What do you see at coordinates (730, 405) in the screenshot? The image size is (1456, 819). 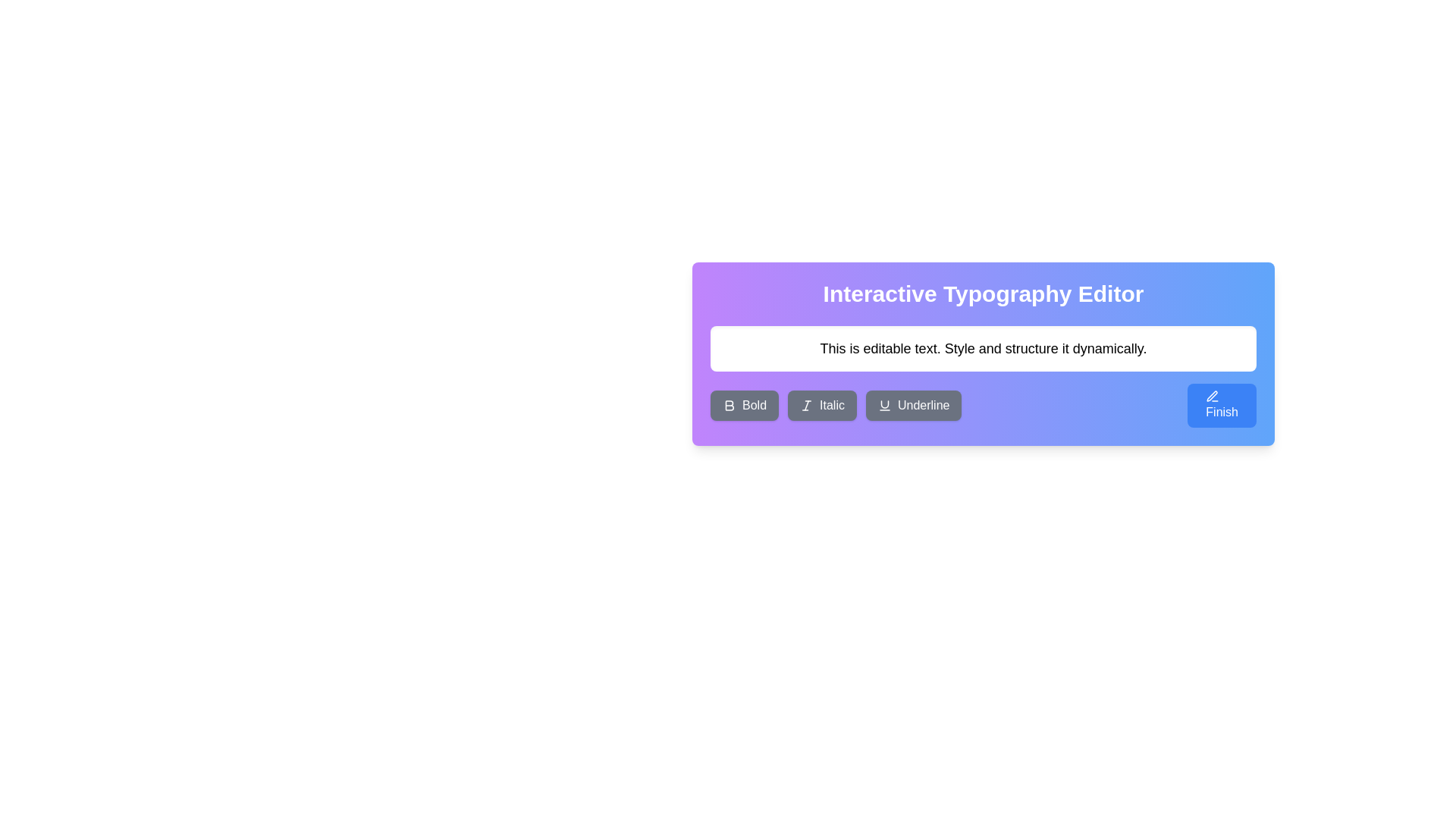 I see `the bold formatting icon, which is the first button in the text formatting toolbar` at bounding box center [730, 405].